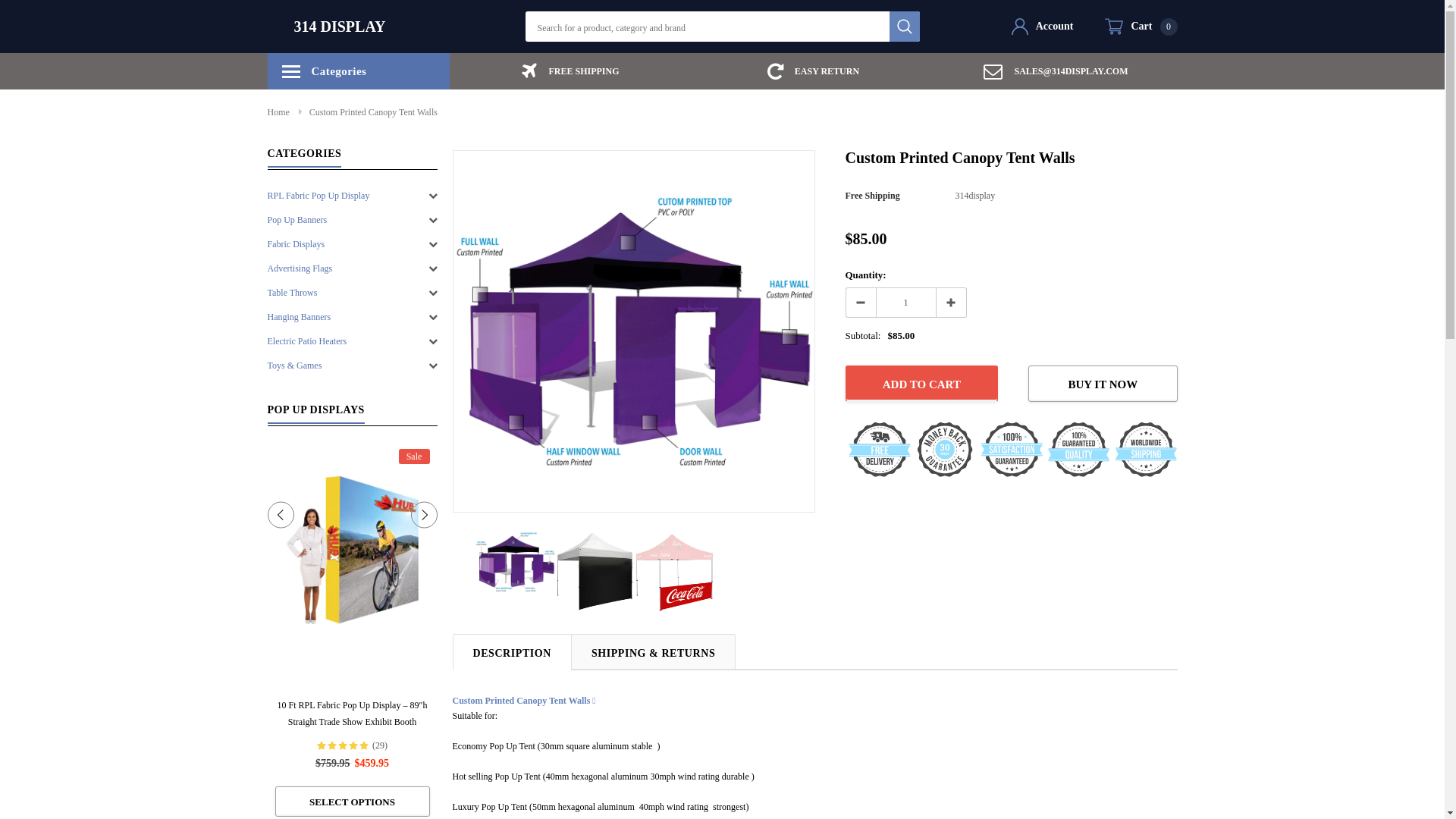 The width and height of the screenshot is (1456, 819). Describe the element at coordinates (1041, 26) in the screenshot. I see `'Account'` at that location.